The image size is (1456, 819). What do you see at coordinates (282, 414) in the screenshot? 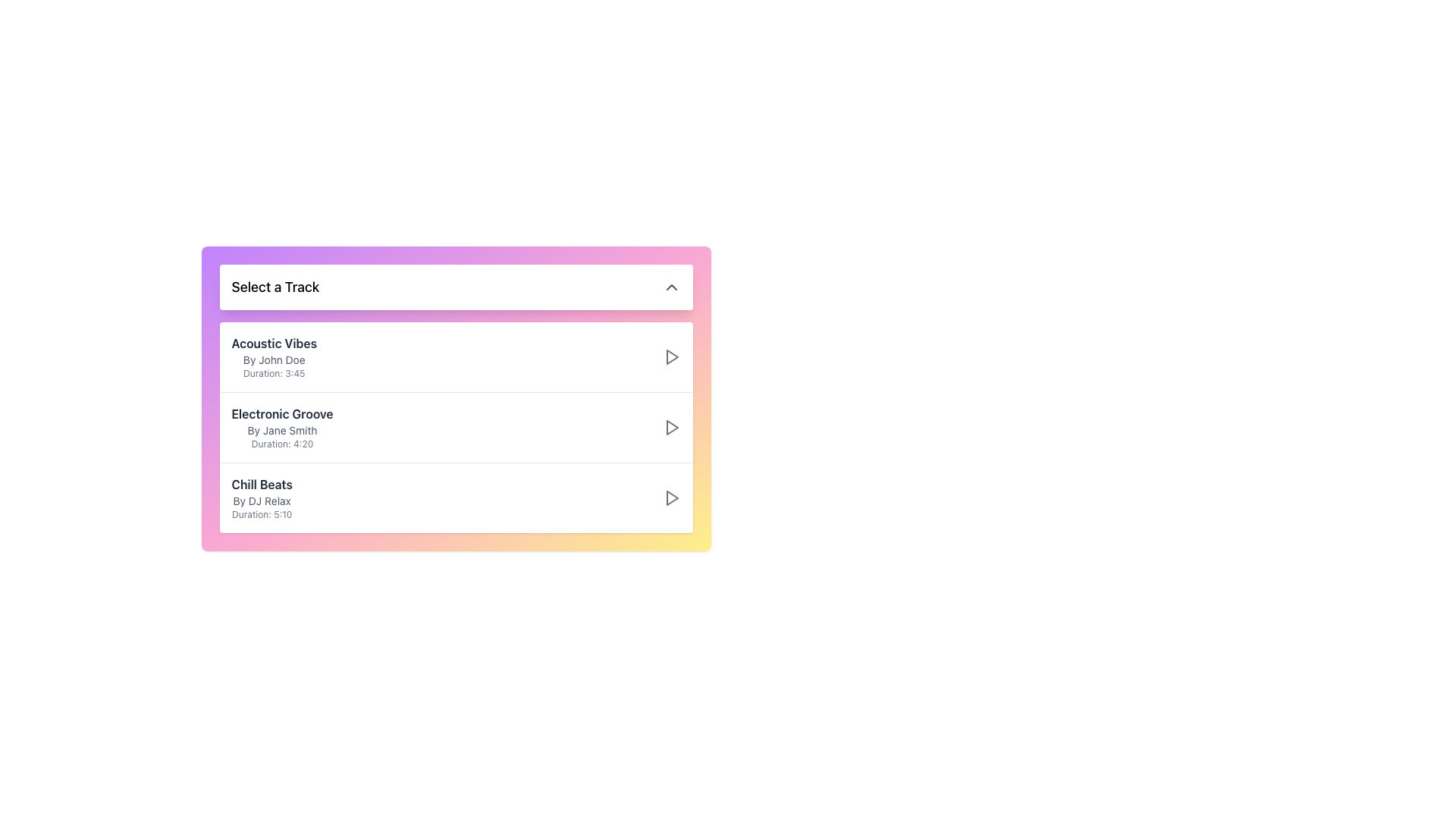
I see `the text element displaying 'Electronic Groove' in bold dark gray font, located in the middle section of the track information list` at bounding box center [282, 414].